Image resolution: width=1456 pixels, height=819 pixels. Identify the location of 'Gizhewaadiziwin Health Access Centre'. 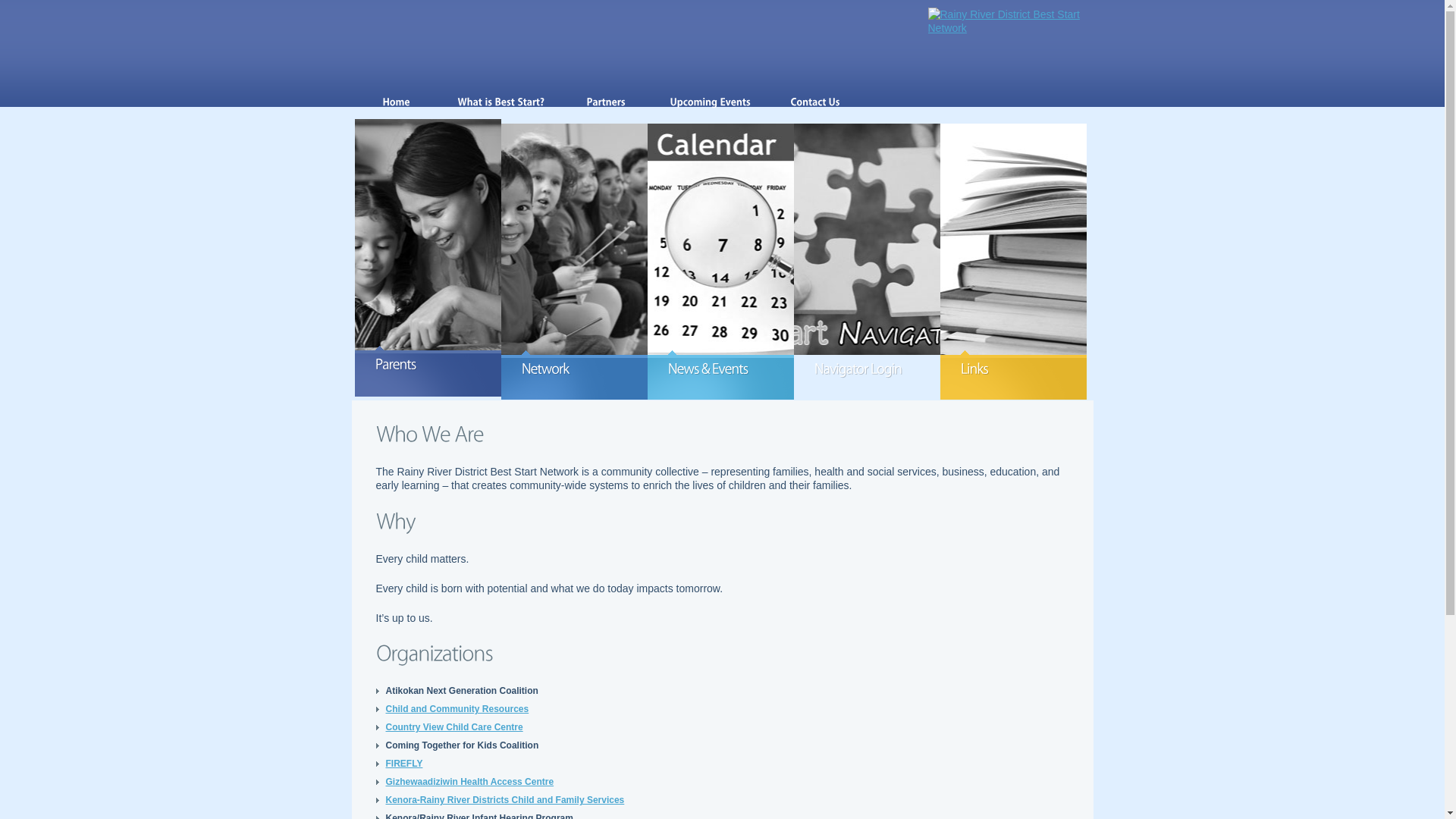
(469, 781).